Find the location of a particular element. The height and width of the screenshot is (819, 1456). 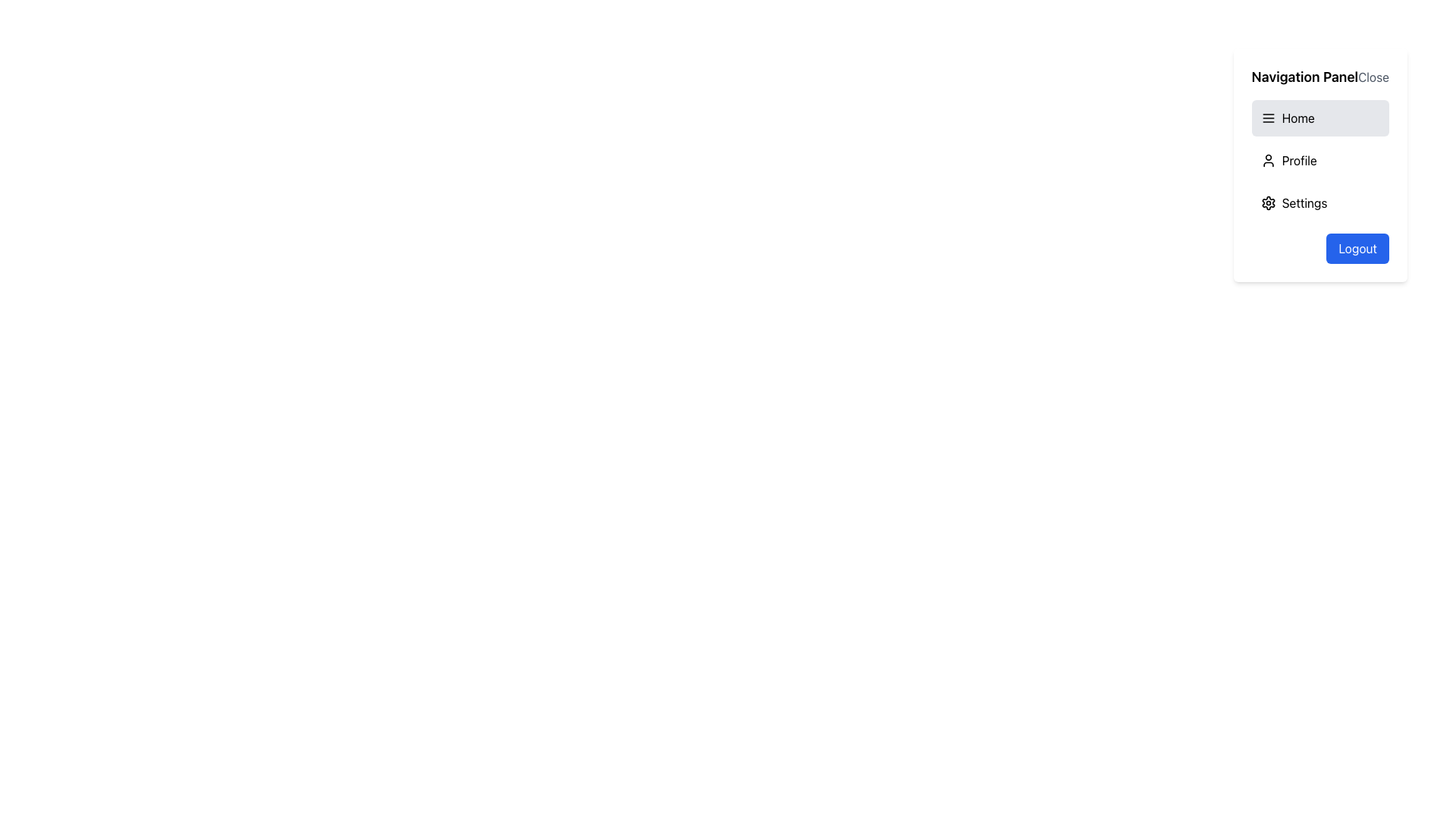

the gear icon located in the navigation panel is located at coordinates (1268, 202).